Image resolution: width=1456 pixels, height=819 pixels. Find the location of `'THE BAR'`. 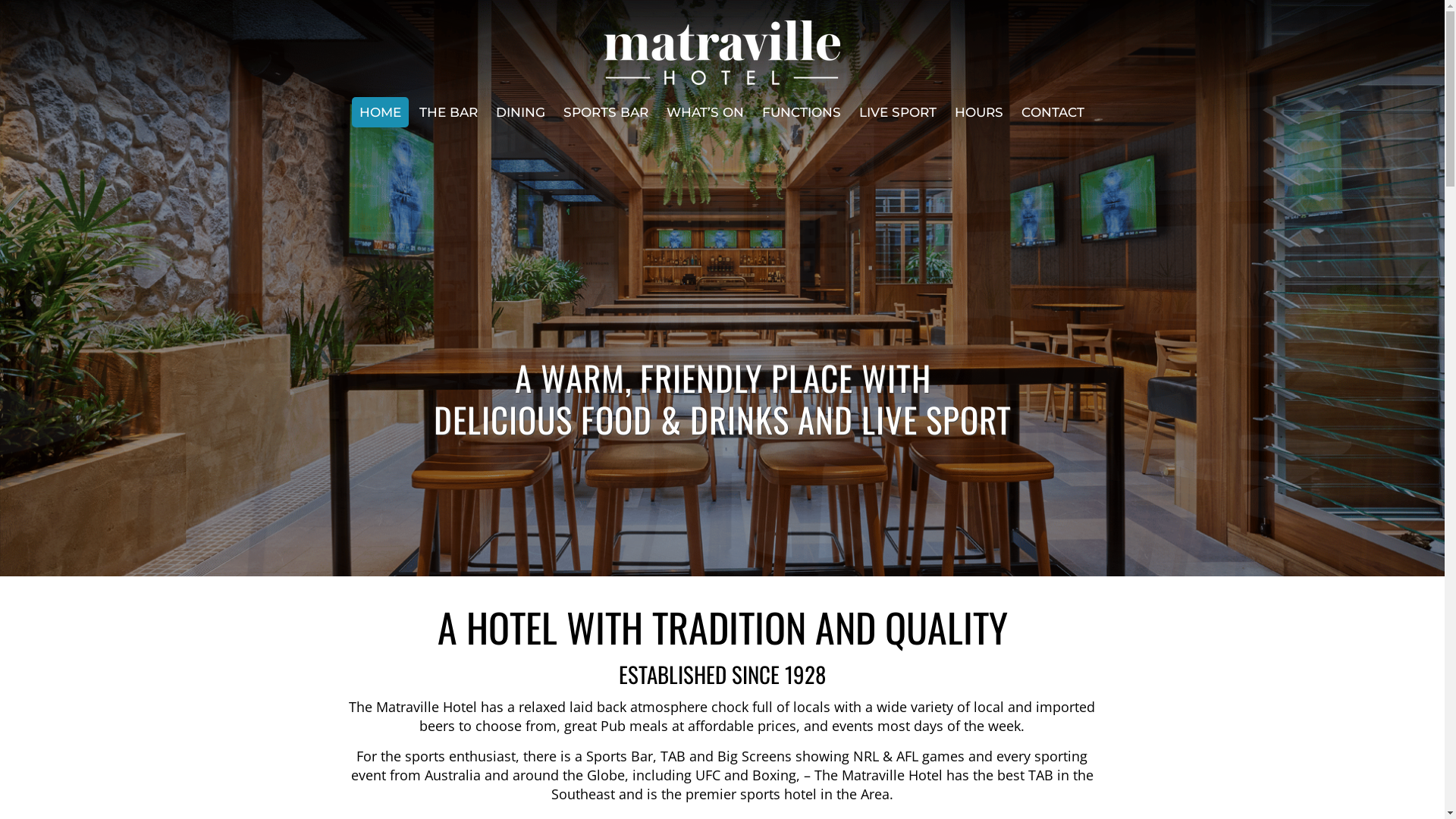

'THE BAR' is located at coordinates (411, 111).